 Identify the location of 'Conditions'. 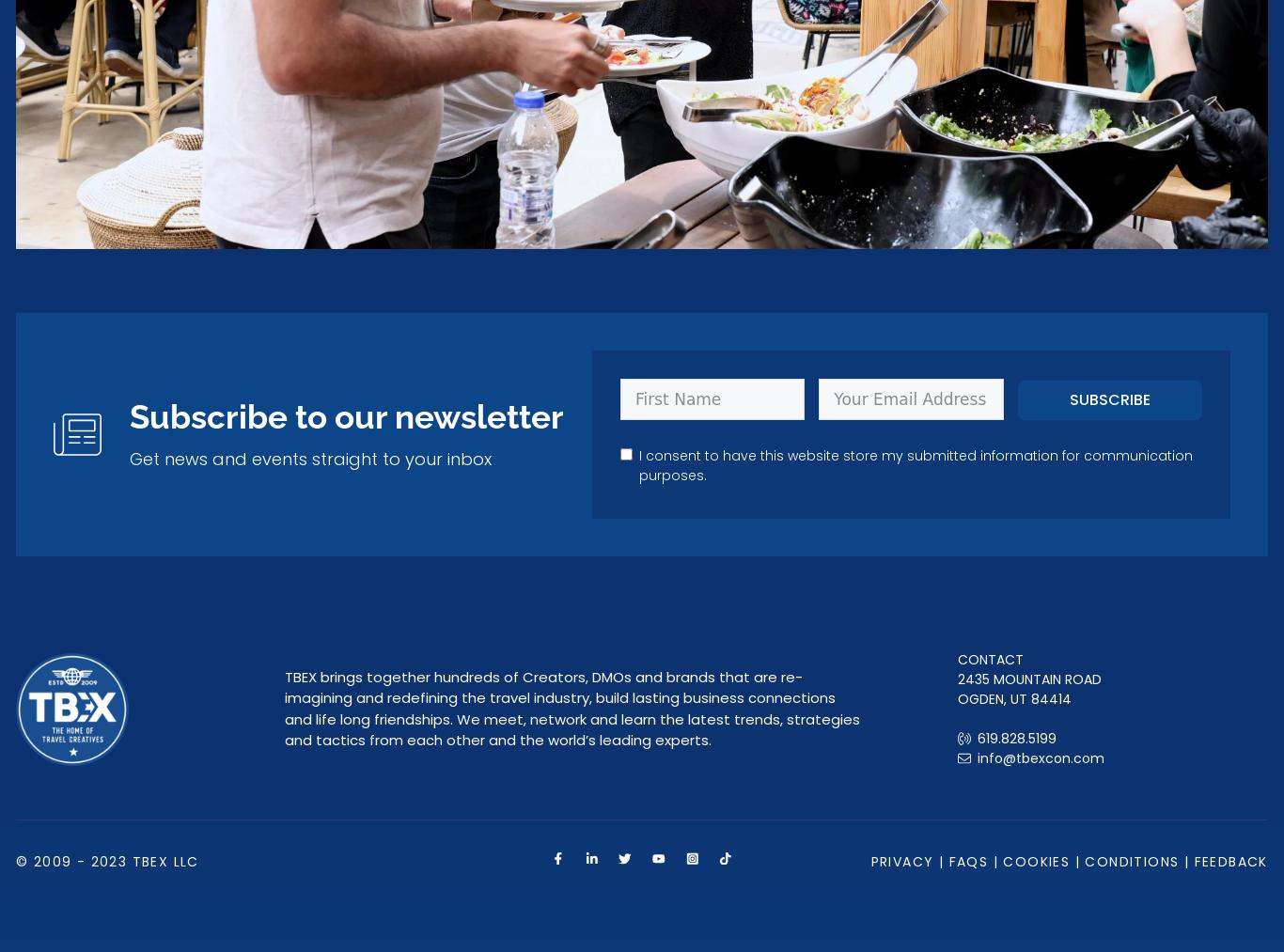
(1131, 860).